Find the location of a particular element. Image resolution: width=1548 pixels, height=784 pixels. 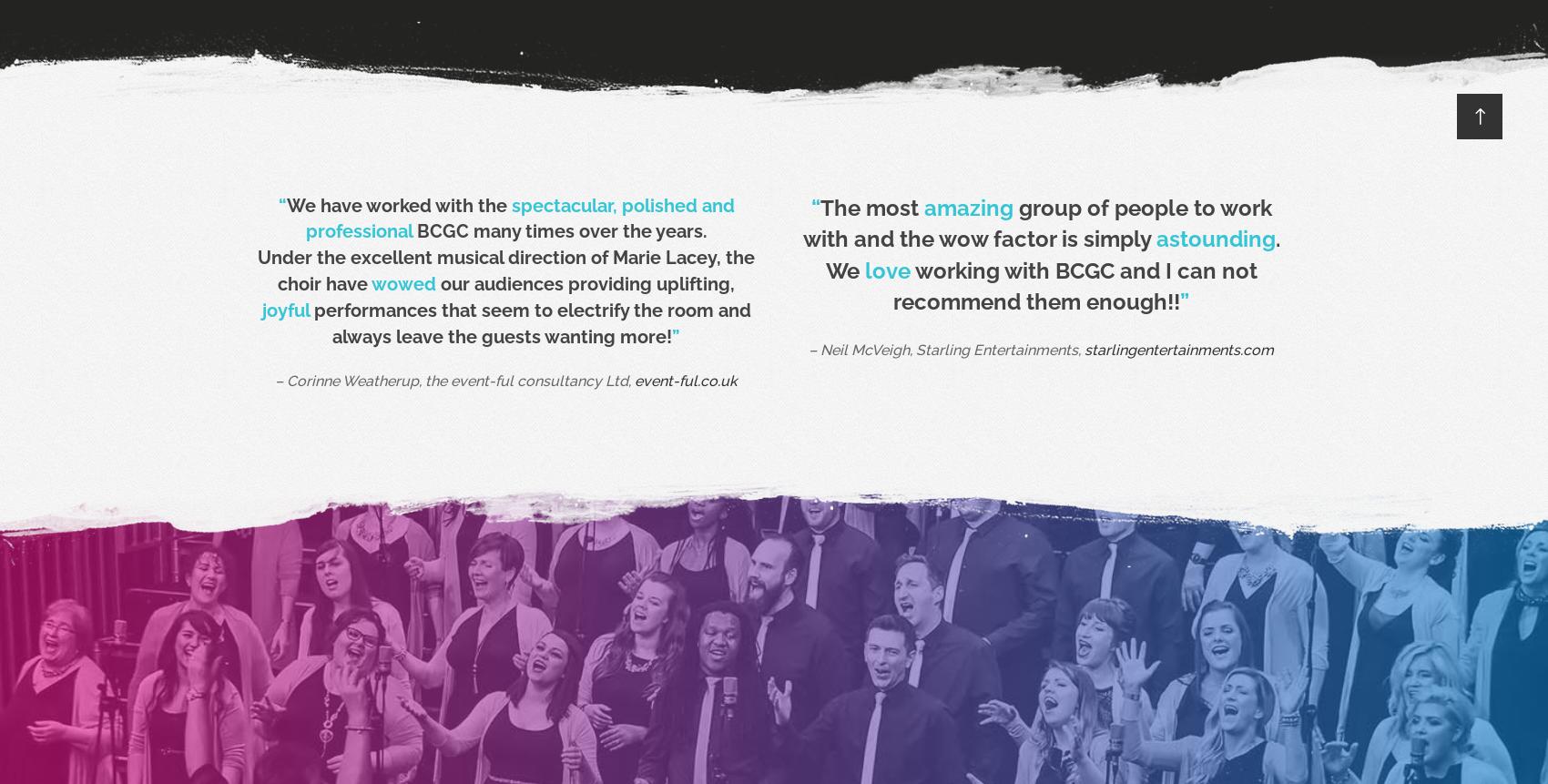

'performances that seem to electrify the room and always leave the guests wanting more!' is located at coordinates (528, 321).